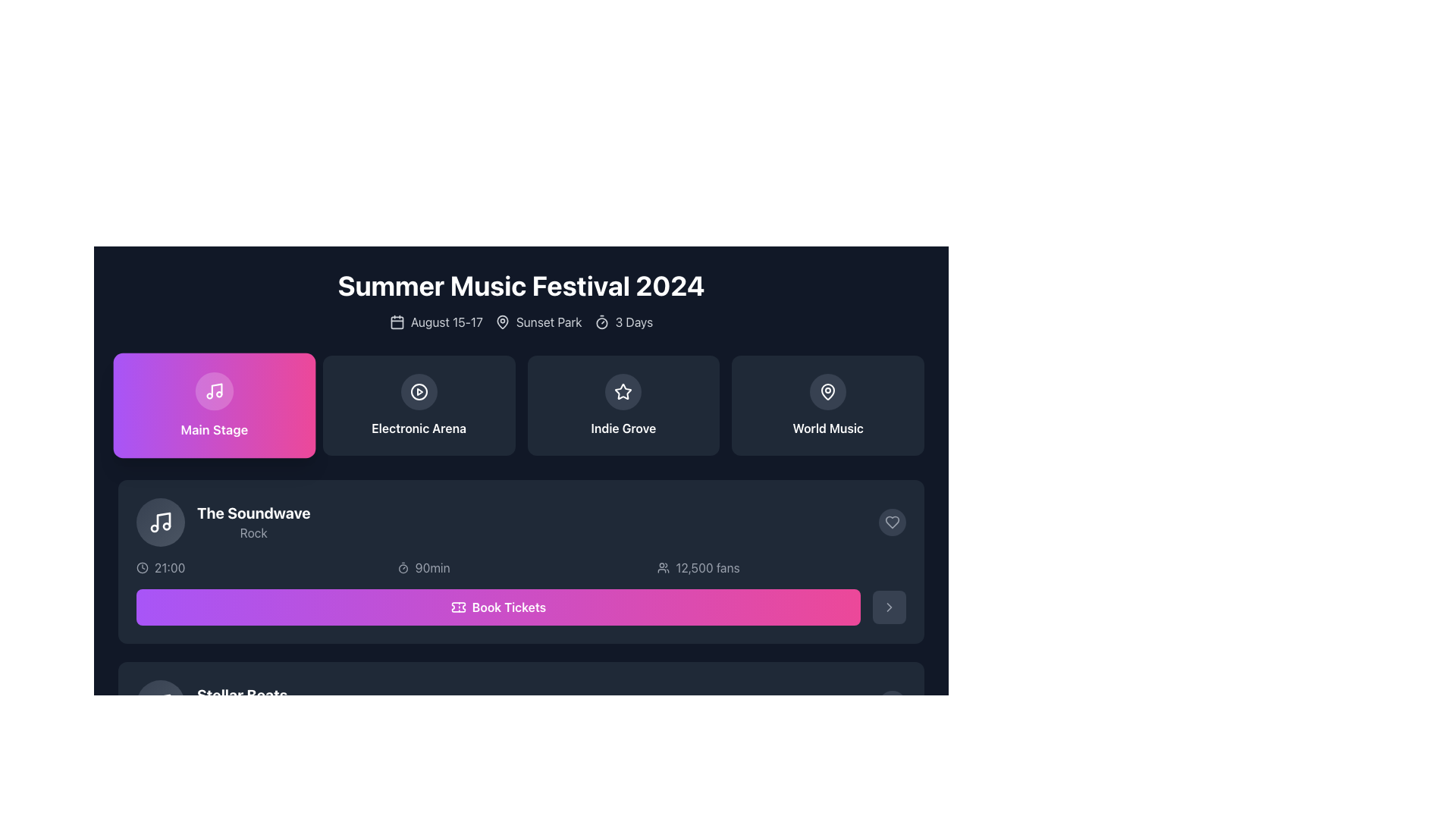 The image size is (1456, 819). What do you see at coordinates (397, 322) in the screenshot?
I see `the vector graphic element that represents a part of the calendar icon` at bounding box center [397, 322].